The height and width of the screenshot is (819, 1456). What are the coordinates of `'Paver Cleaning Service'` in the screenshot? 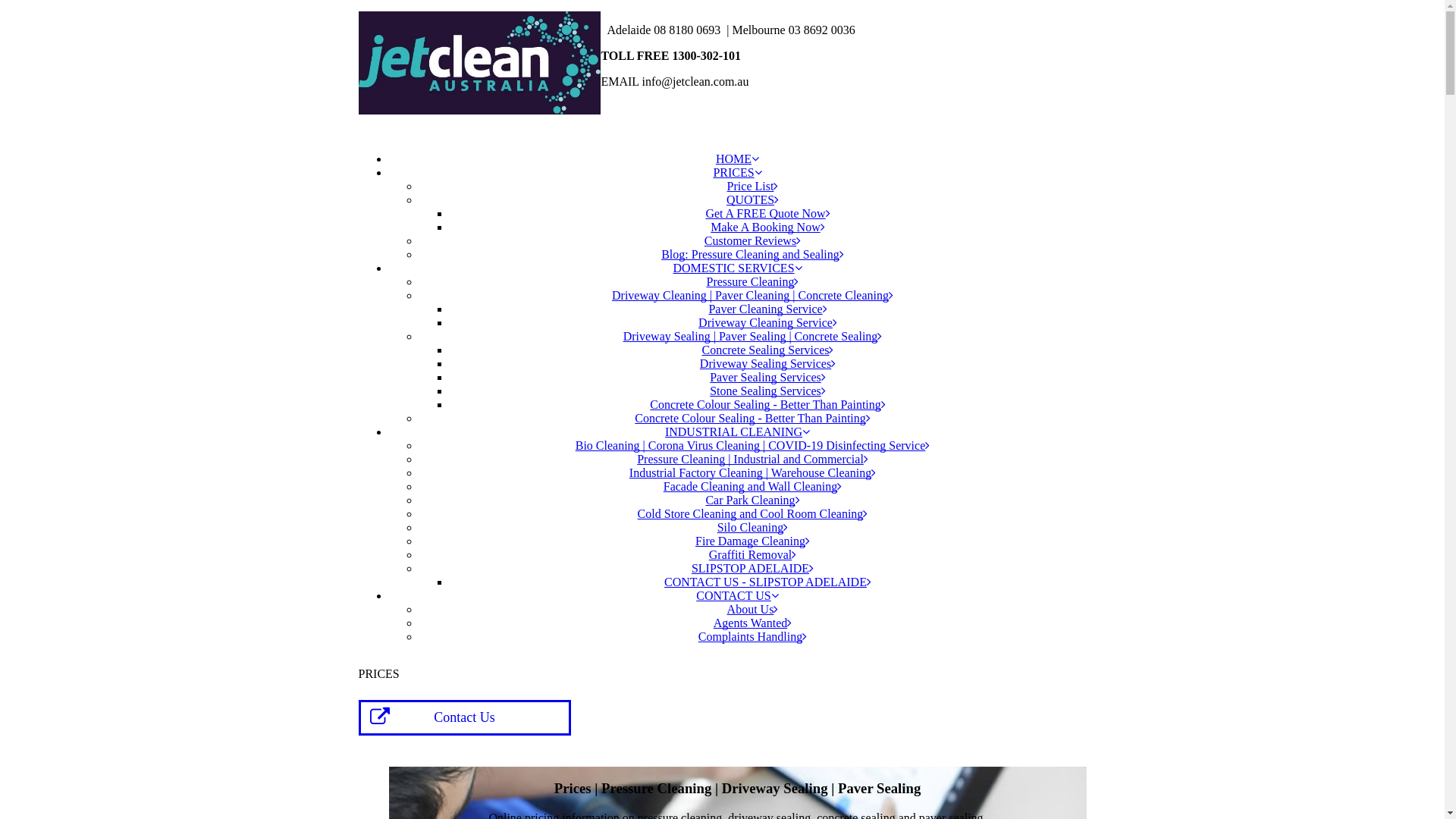 It's located at (767, 308).